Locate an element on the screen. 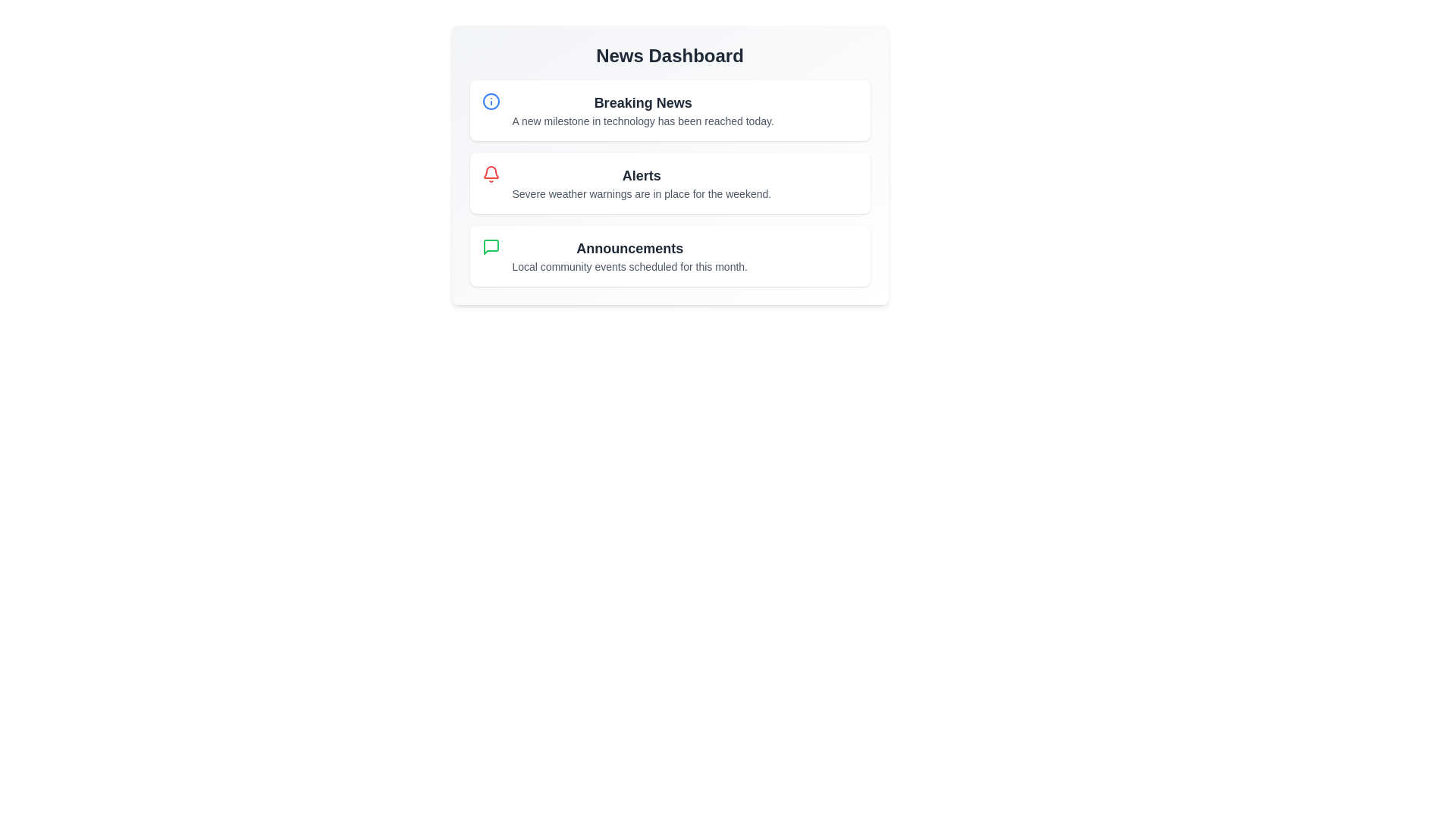  the title of the second news item labeled 'Alerts' is located at coordinates (642, 174).